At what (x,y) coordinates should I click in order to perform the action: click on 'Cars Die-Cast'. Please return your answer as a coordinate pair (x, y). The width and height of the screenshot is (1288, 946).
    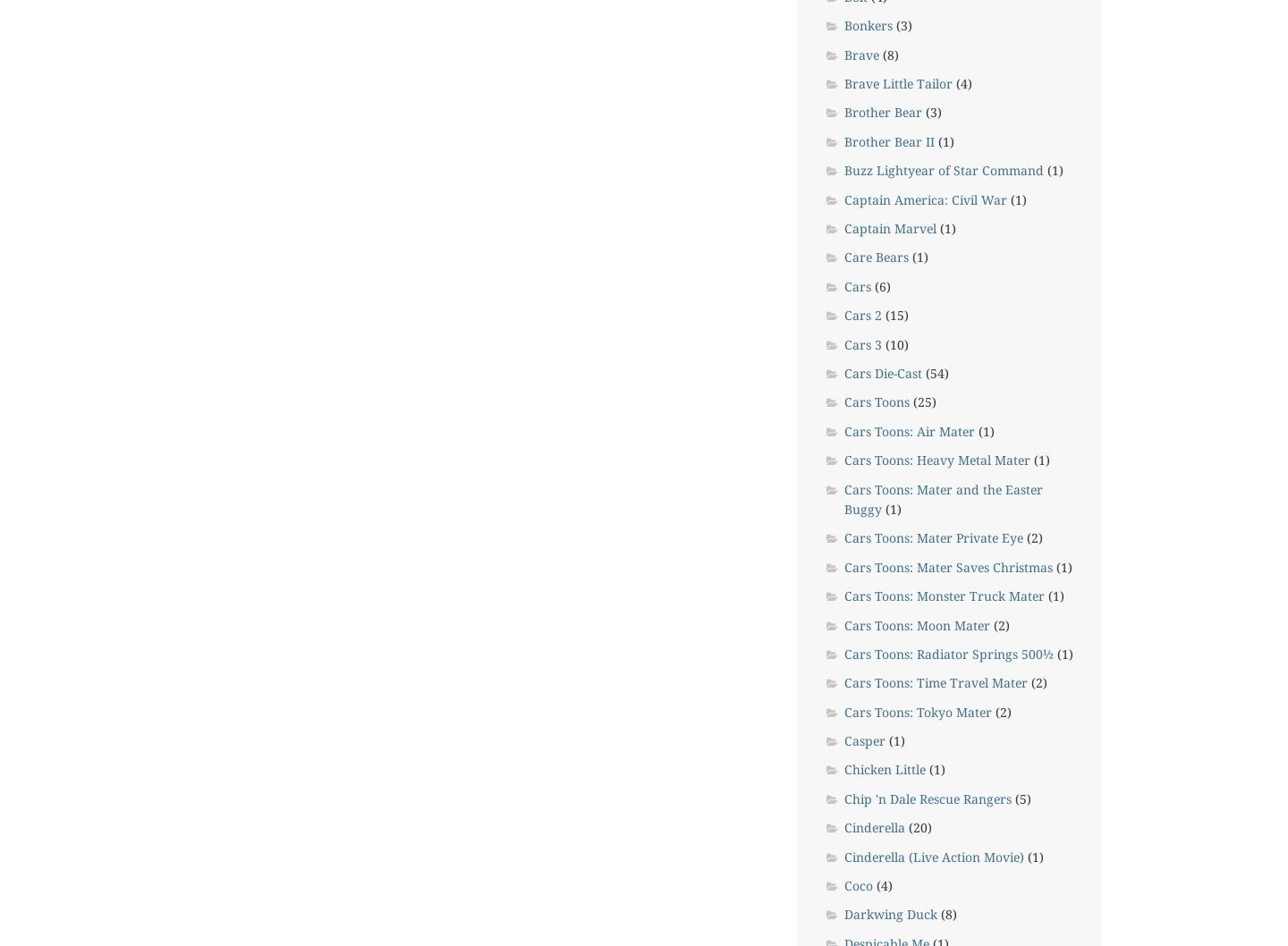
    Looking at the image, I should click on (881, 373).